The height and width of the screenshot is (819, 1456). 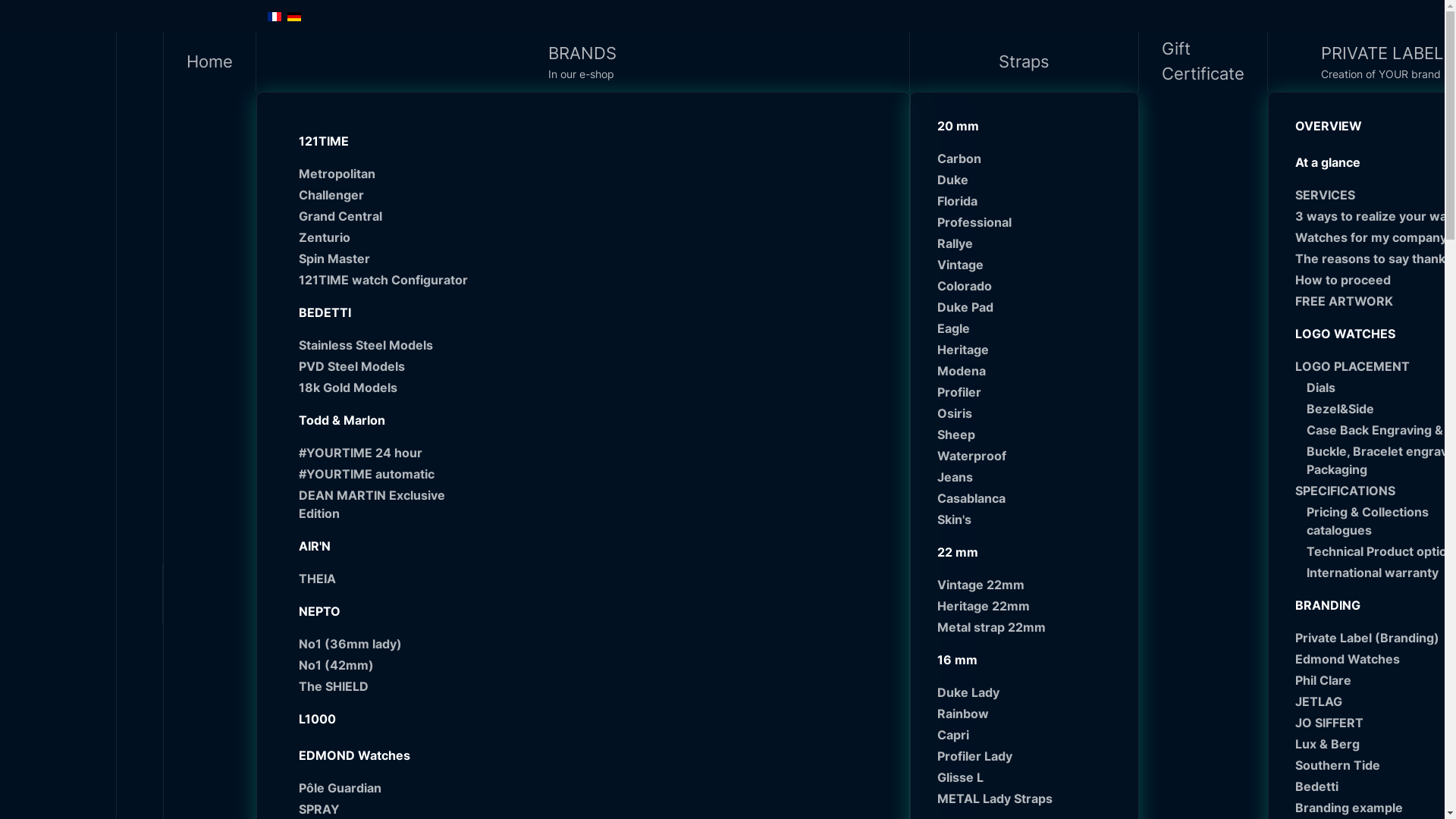 What do you see at coordinates (384, 472) in the screenshot?
I see `'#YOURTIME automatic'` at bounding box center [384, 472].